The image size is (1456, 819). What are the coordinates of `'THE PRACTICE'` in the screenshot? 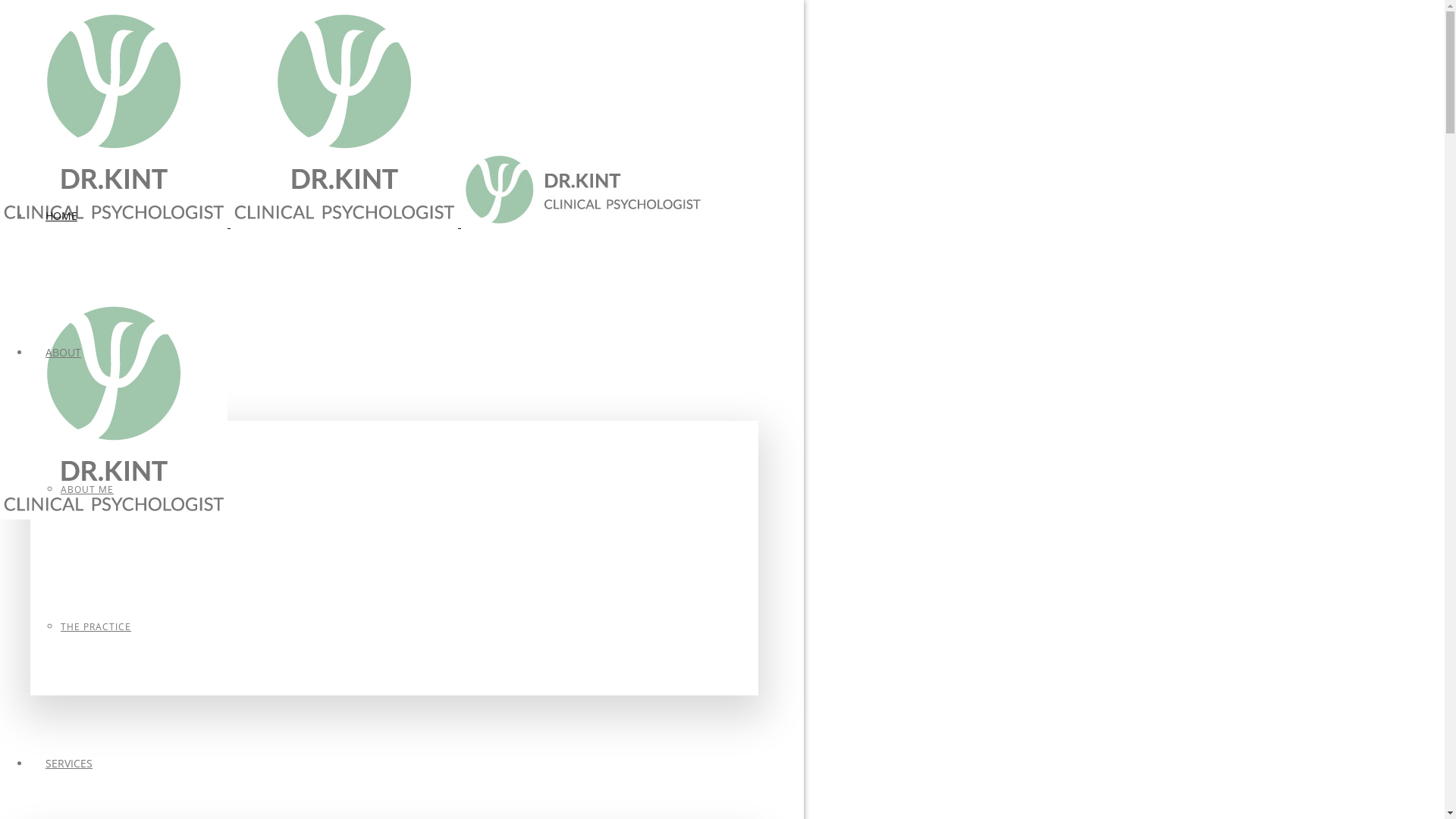 It's located at (95, 626).